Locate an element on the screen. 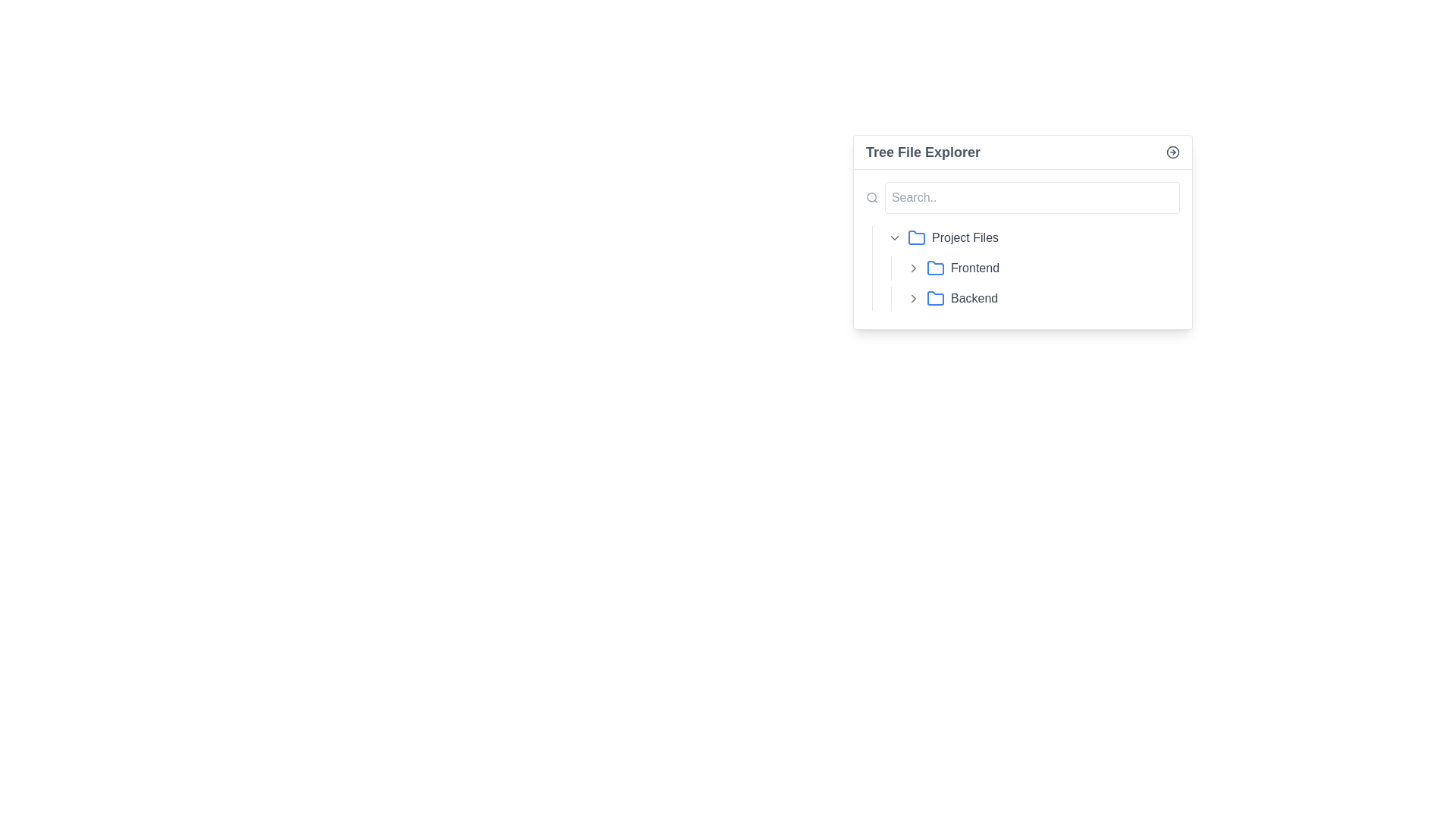 The width and height of the screenshot is (1456, 819). the 'Frontend' folder icon in the 'Tree File Explorer' panel is located at coordinates (934, 267).